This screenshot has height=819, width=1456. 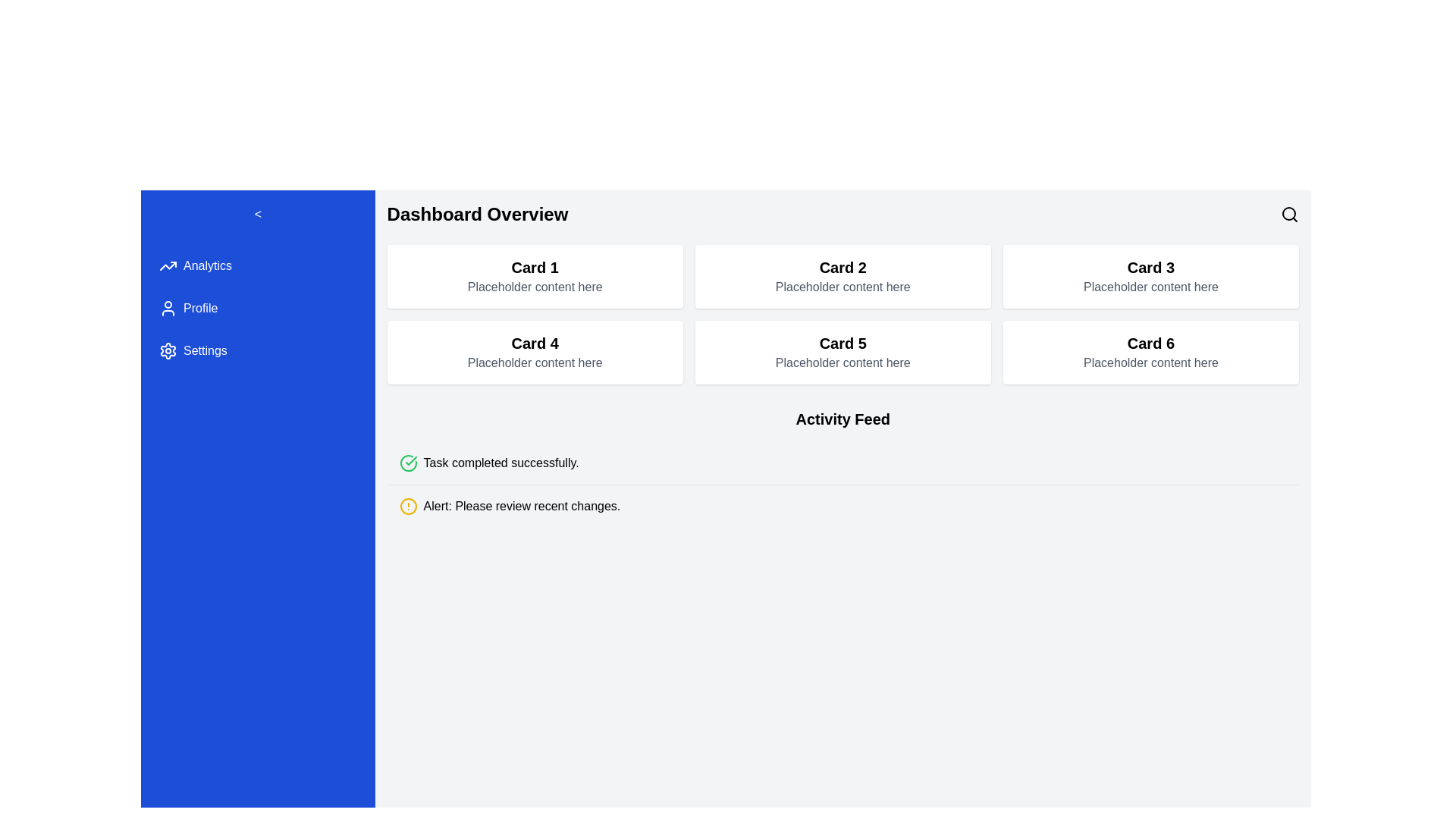 What do you see at coordinates (842, 343) in the screenshot?
I see `the static text label 'Card 5' which is styled with a prominent, extra-large font size and bold formatting, located at the center top of the fifth card in the grid layout` at bounding box center [842, 343].